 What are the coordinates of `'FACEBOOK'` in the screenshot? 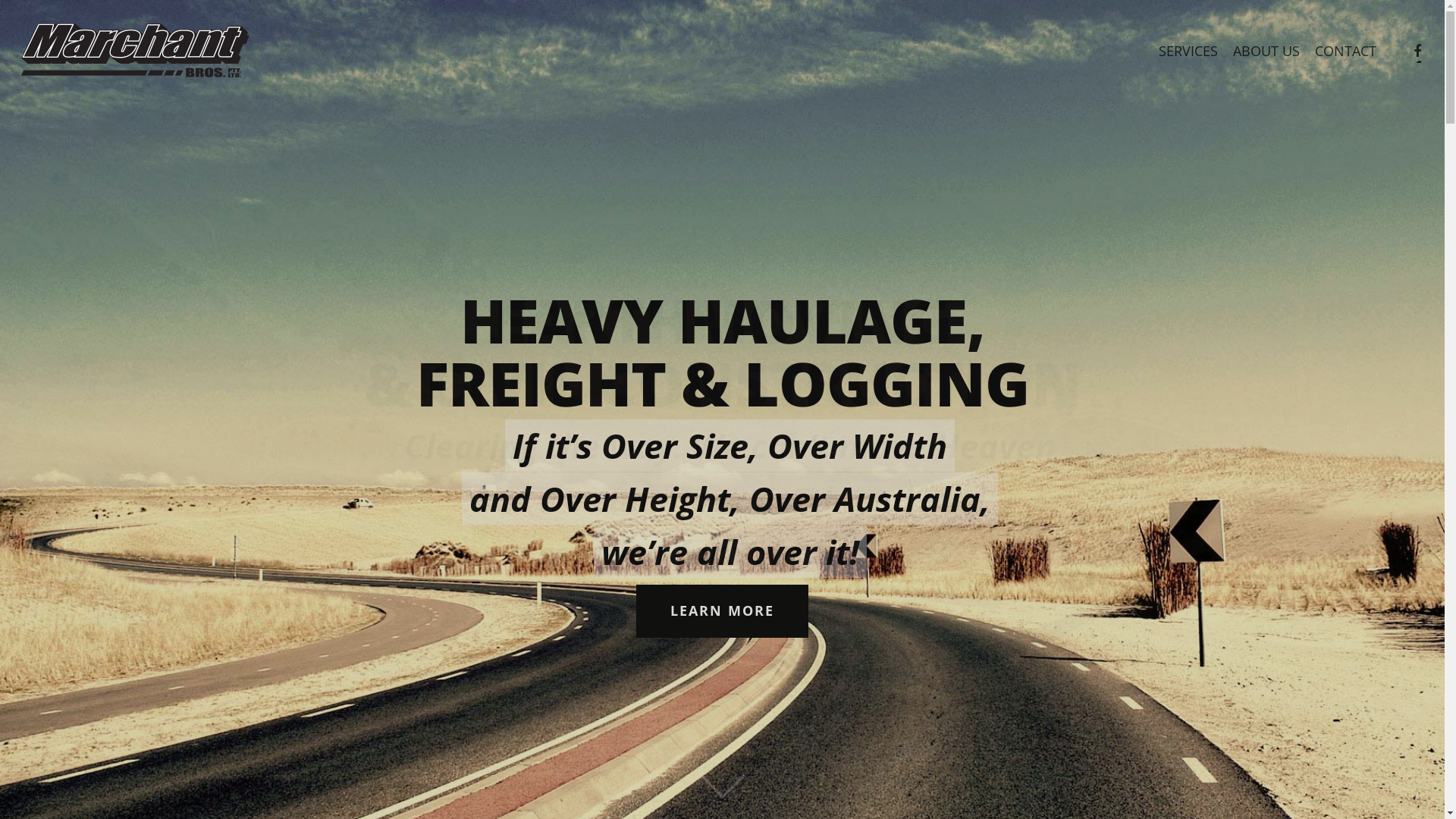 It's located at (1416, 50).